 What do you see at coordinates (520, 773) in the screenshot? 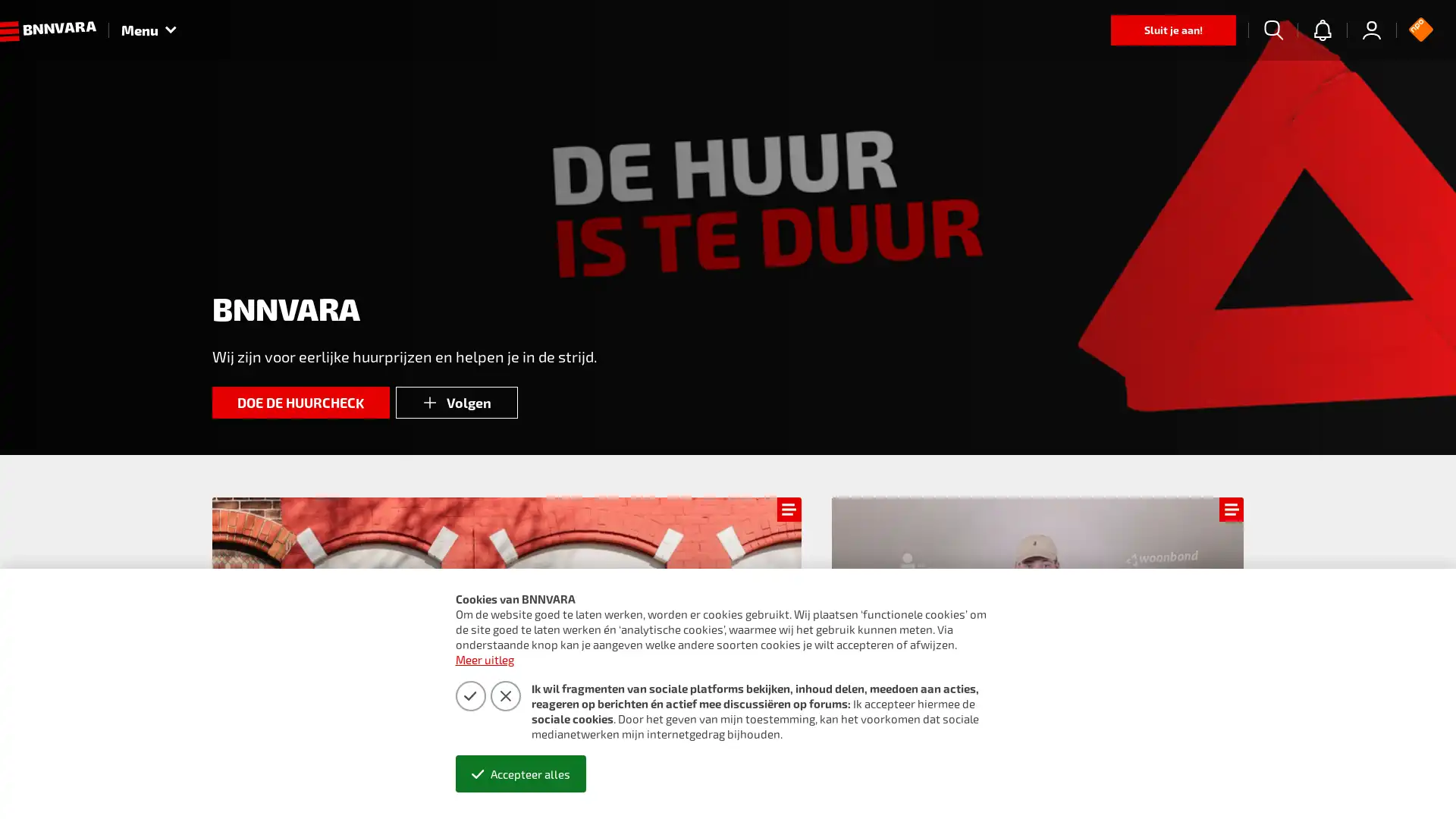
I see `Accepteer alles` at bounding box center [520, 773].